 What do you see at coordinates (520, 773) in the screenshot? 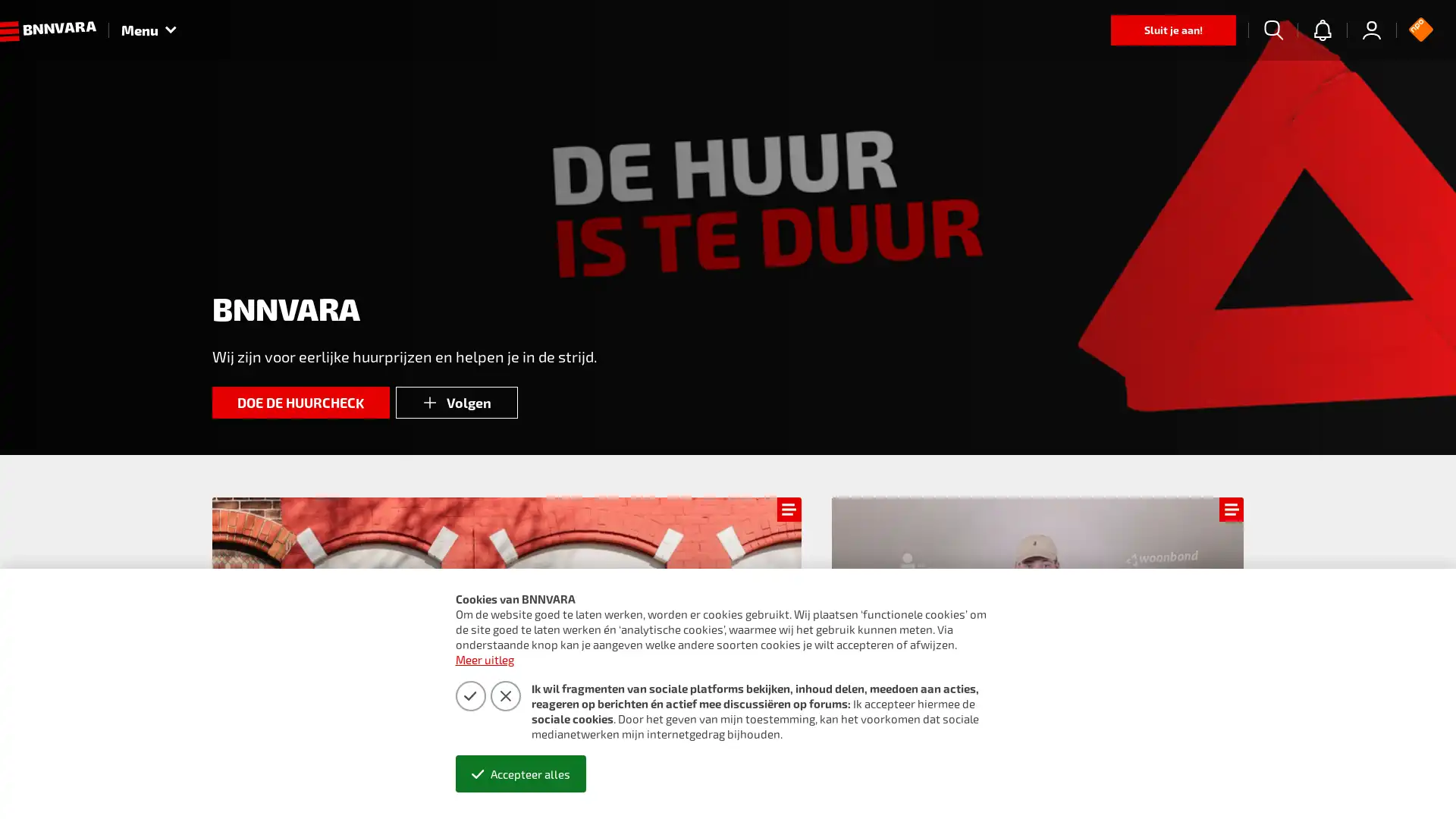
I see `Accepteer alles` at bounding box center [520, 773].